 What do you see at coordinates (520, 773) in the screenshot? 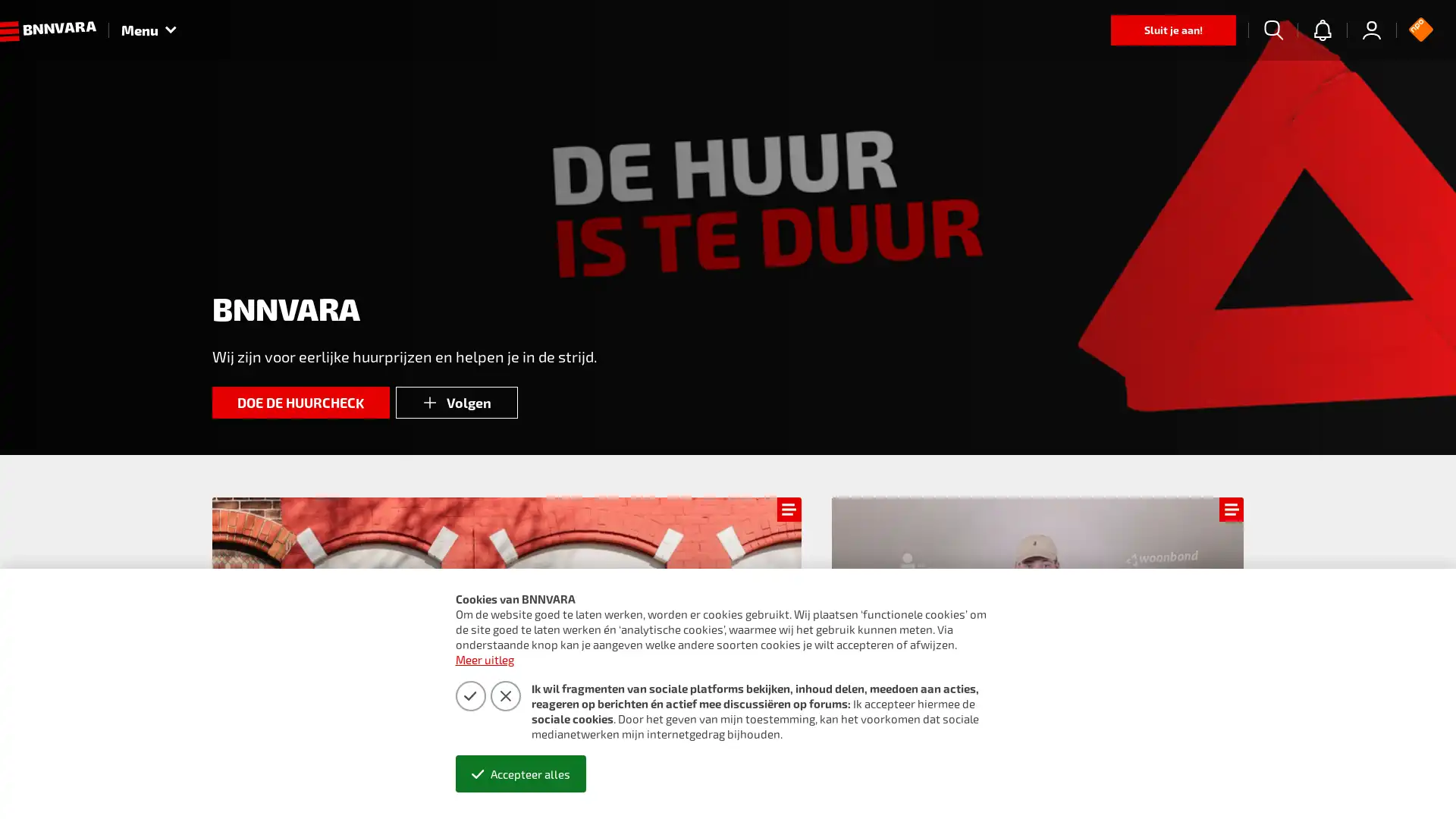
I see `Accepteer alles` at bounding box center [520, 773].